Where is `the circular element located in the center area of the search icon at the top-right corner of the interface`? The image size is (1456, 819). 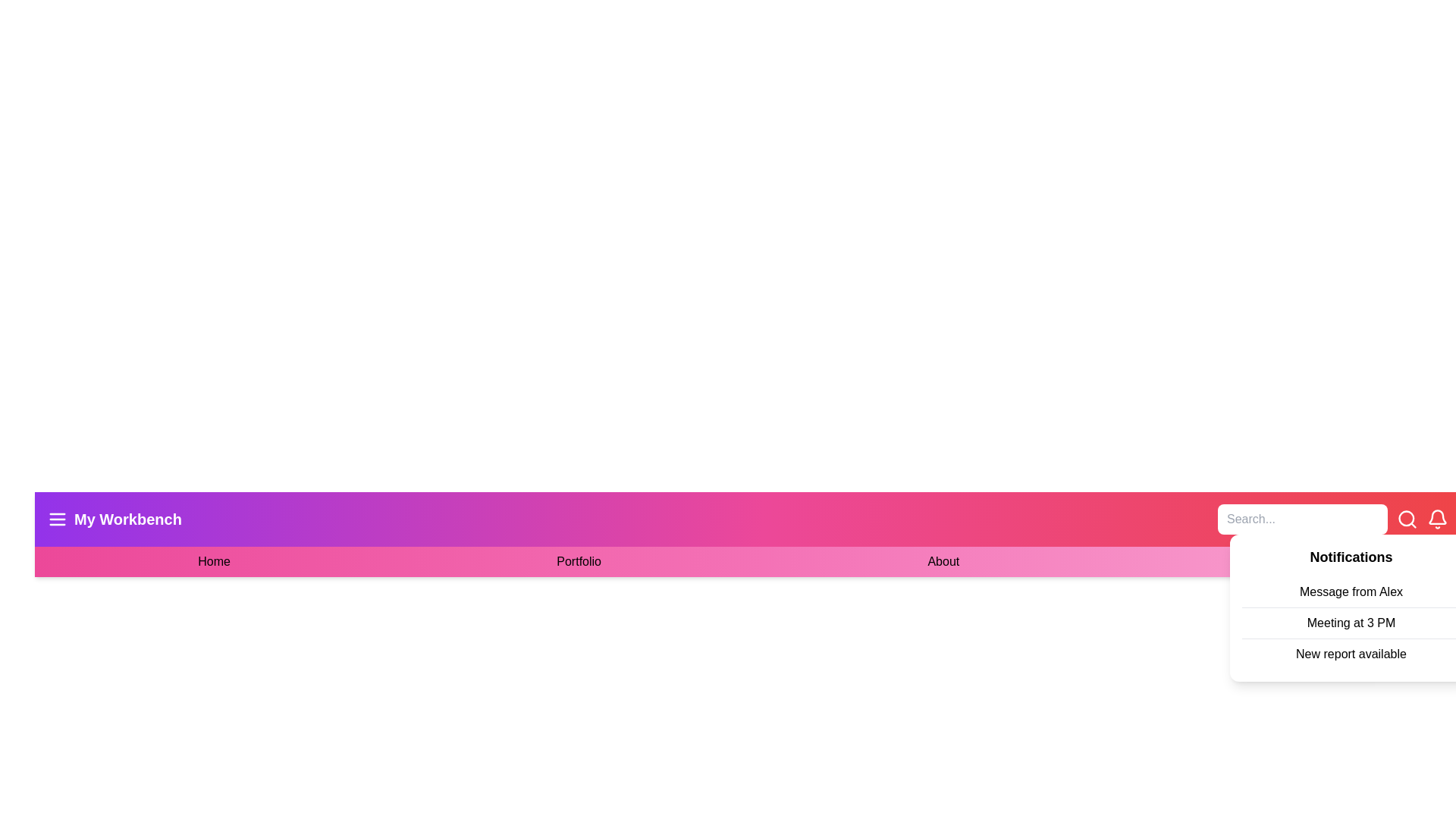 the circular element located in the center area of the search icon at the top-right corner of the interface is located at coordinates (1405, 517).